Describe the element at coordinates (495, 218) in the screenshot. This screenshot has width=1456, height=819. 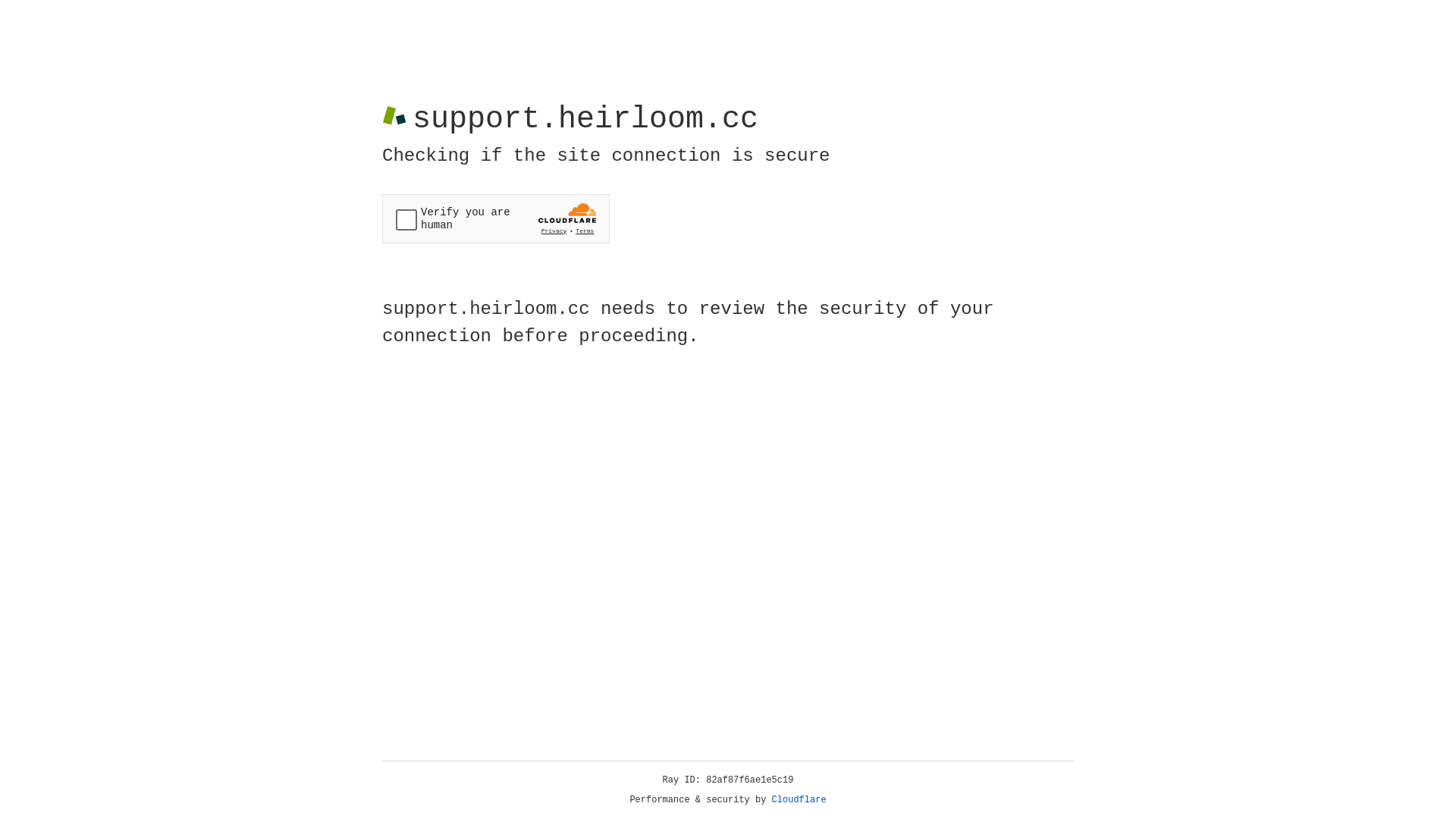
I see `'Widget containing a Cloudflare security challenge'` at that location.